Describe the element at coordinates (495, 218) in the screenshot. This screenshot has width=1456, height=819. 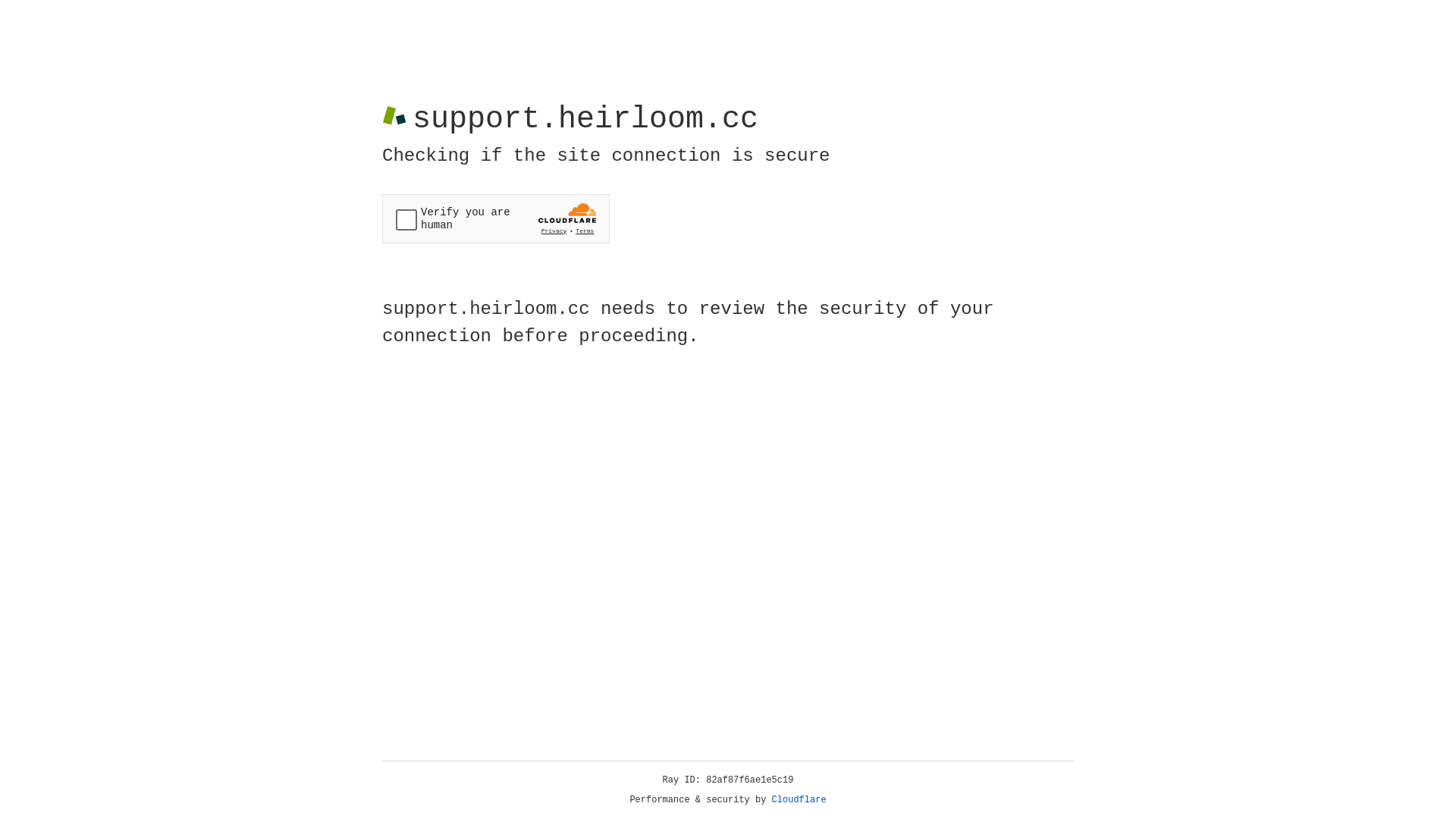
I see `'Widget containing a Cloudflare security challenge'` at that location.